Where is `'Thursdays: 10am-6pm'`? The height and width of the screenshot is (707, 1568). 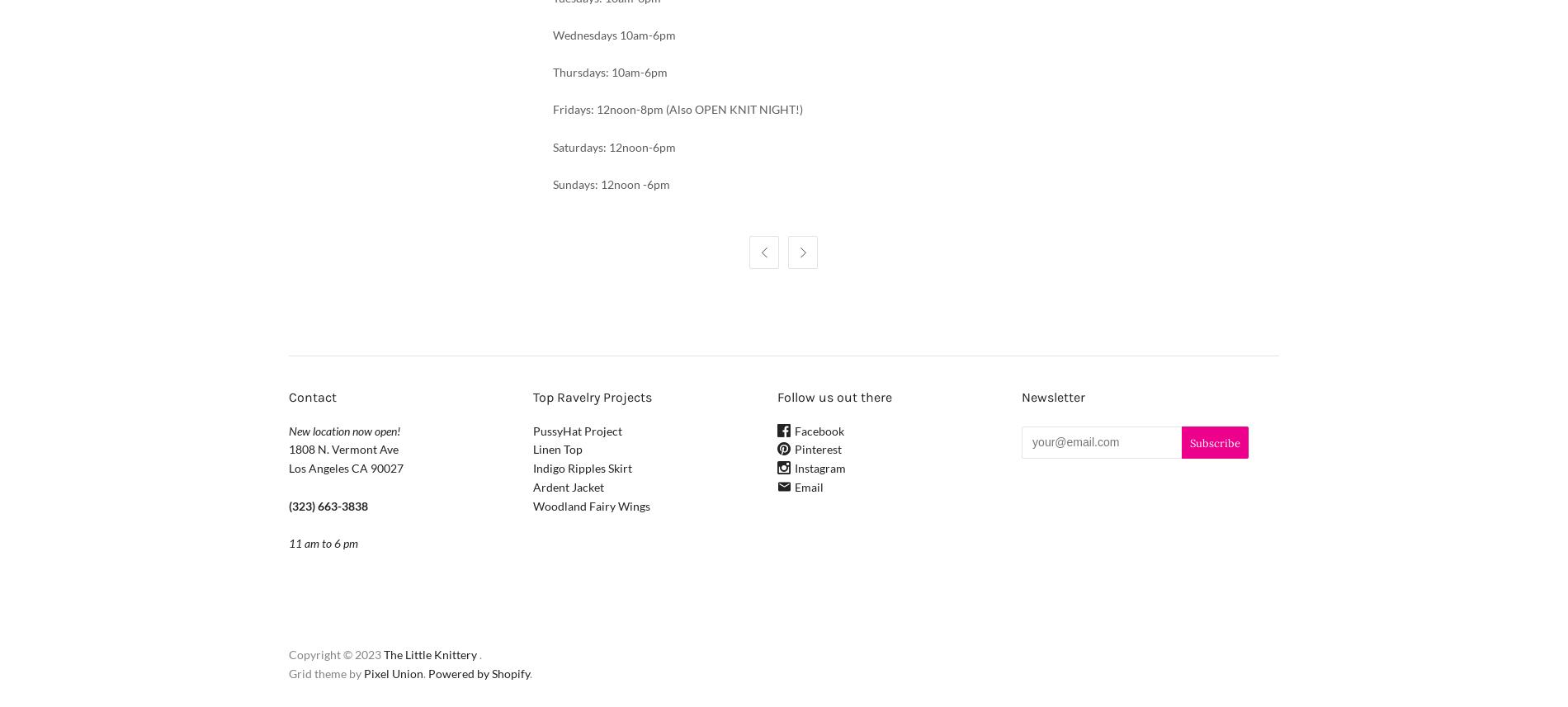 'Thursdays: 10am-6pm' is located at coordinates (608, 72).